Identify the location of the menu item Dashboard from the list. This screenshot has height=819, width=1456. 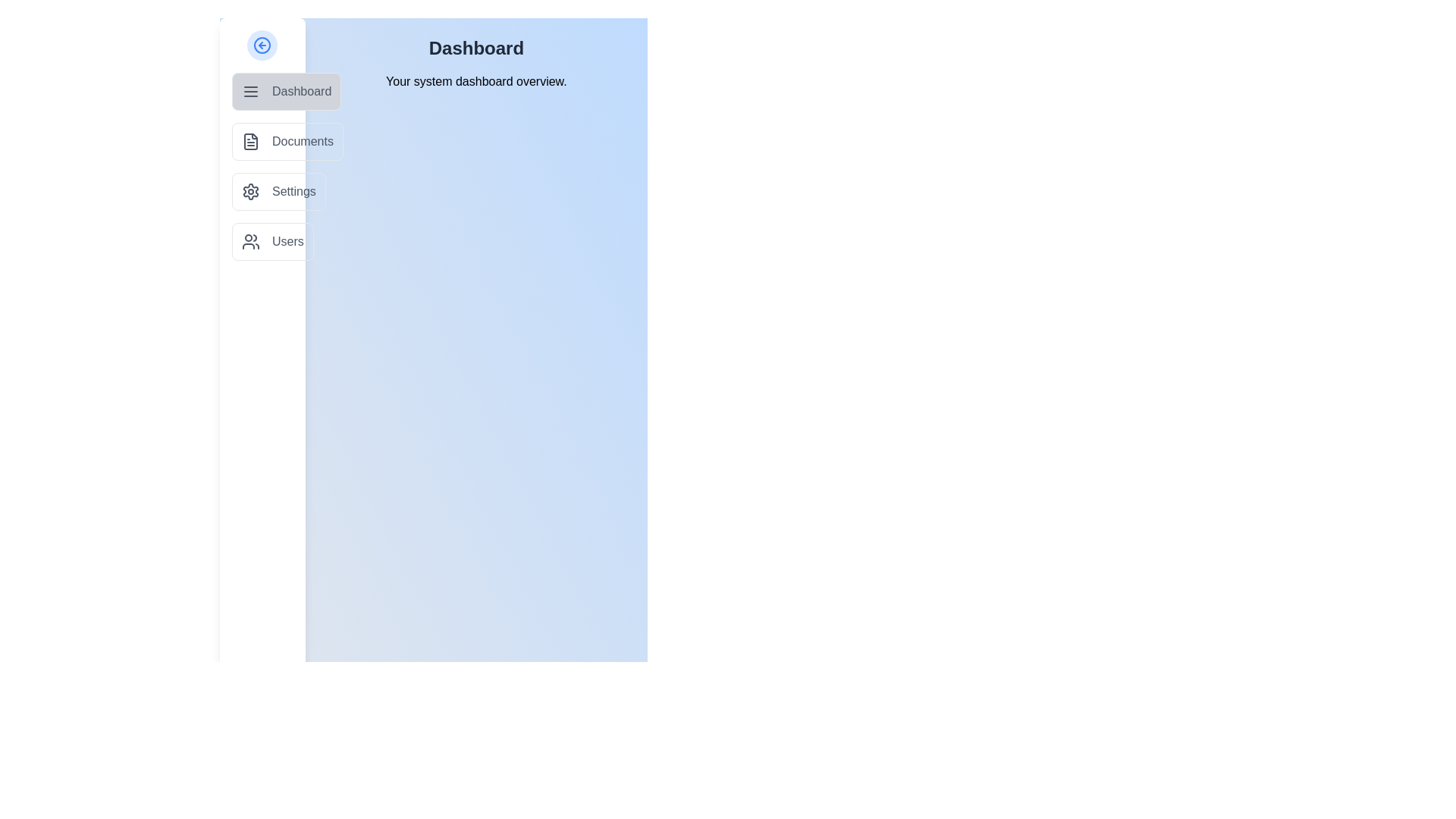
(287, 91).